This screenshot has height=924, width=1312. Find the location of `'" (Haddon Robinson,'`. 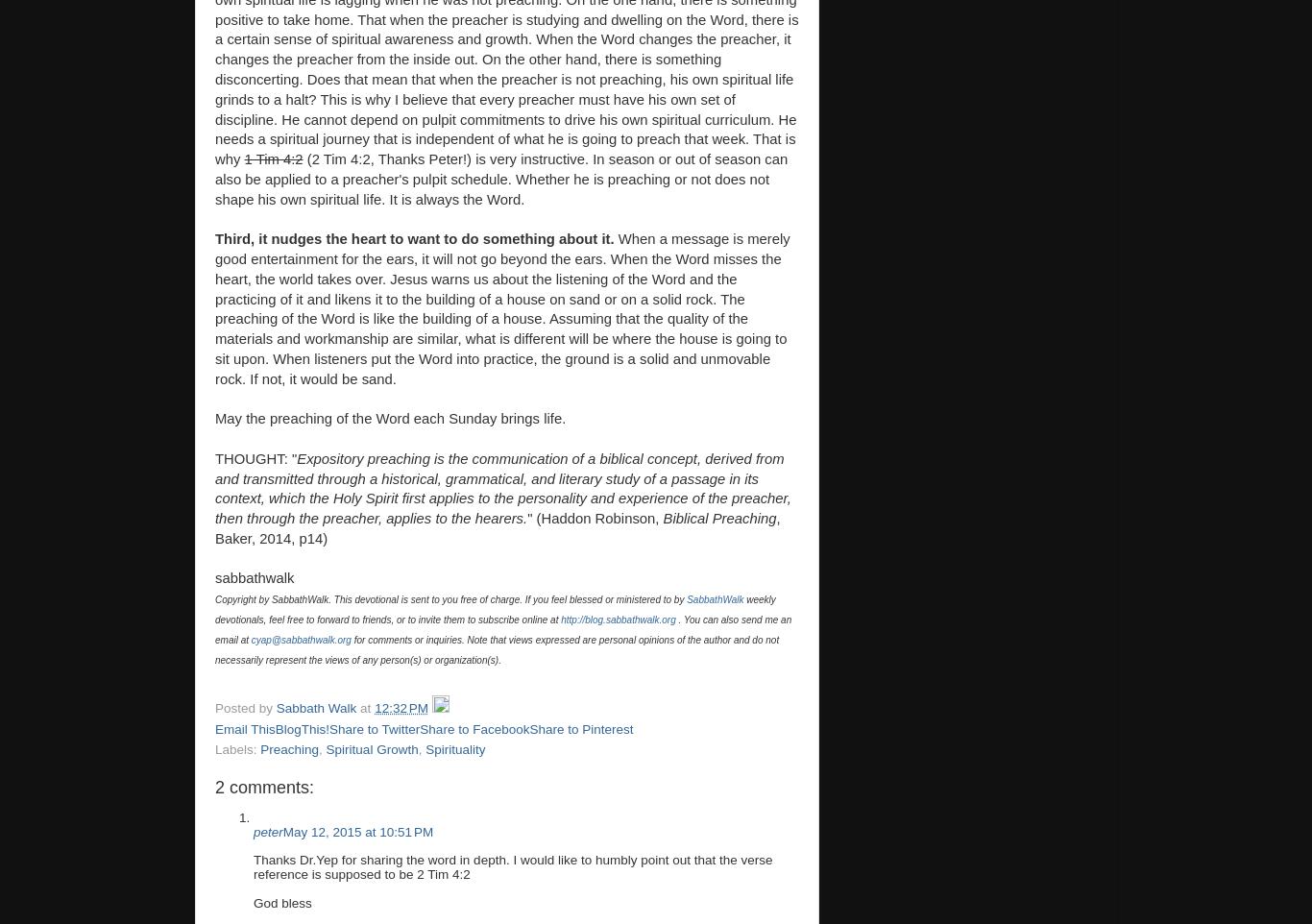

'" (Haddon Robinson,' is located at coordinates (594, 518).